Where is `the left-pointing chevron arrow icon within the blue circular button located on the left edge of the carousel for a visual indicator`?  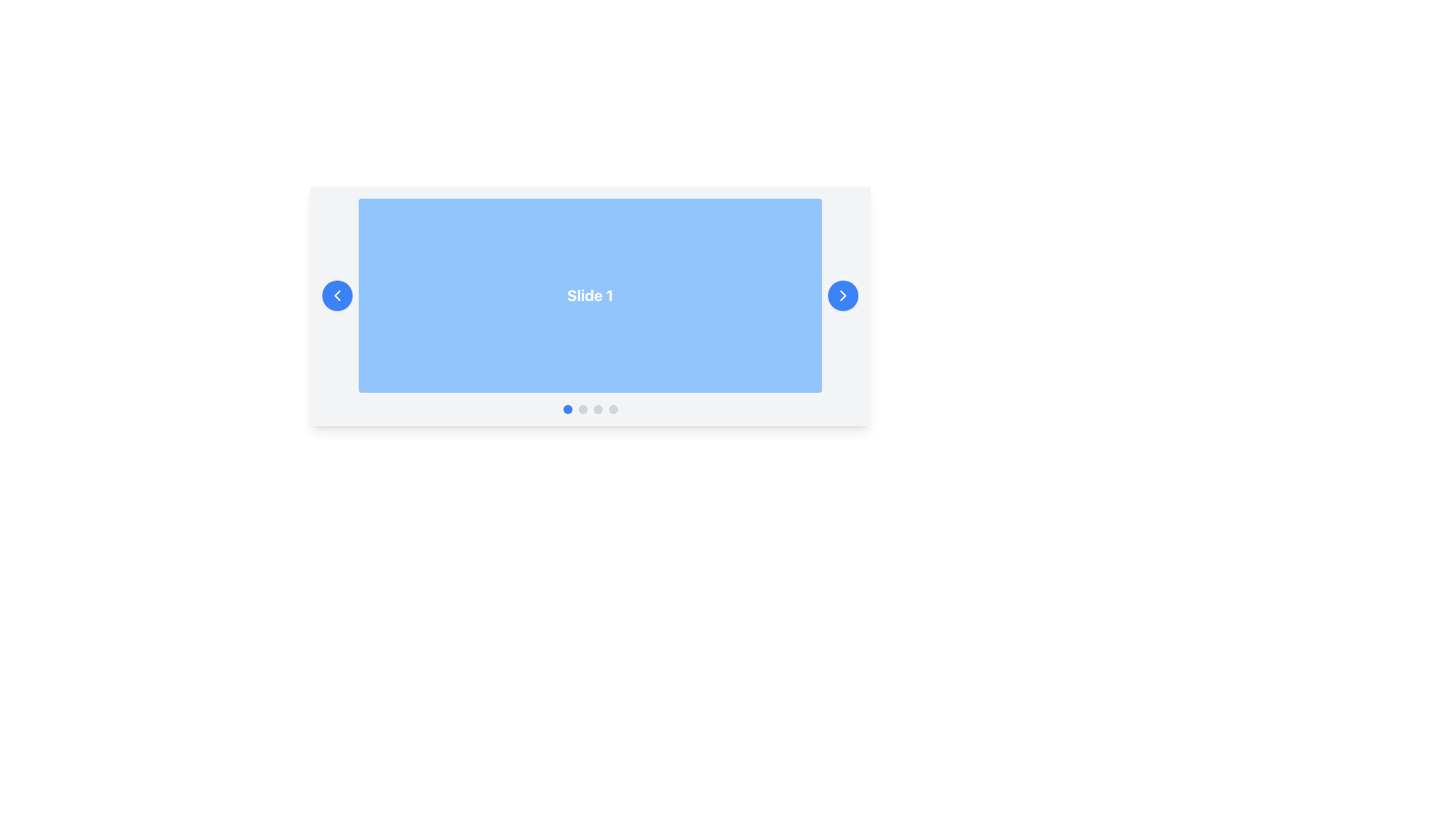
the left-pointing chevron arrow icon within the blue circular button located on the left edge of the carousel for a visual indicator is located at coordinates (337, 295).